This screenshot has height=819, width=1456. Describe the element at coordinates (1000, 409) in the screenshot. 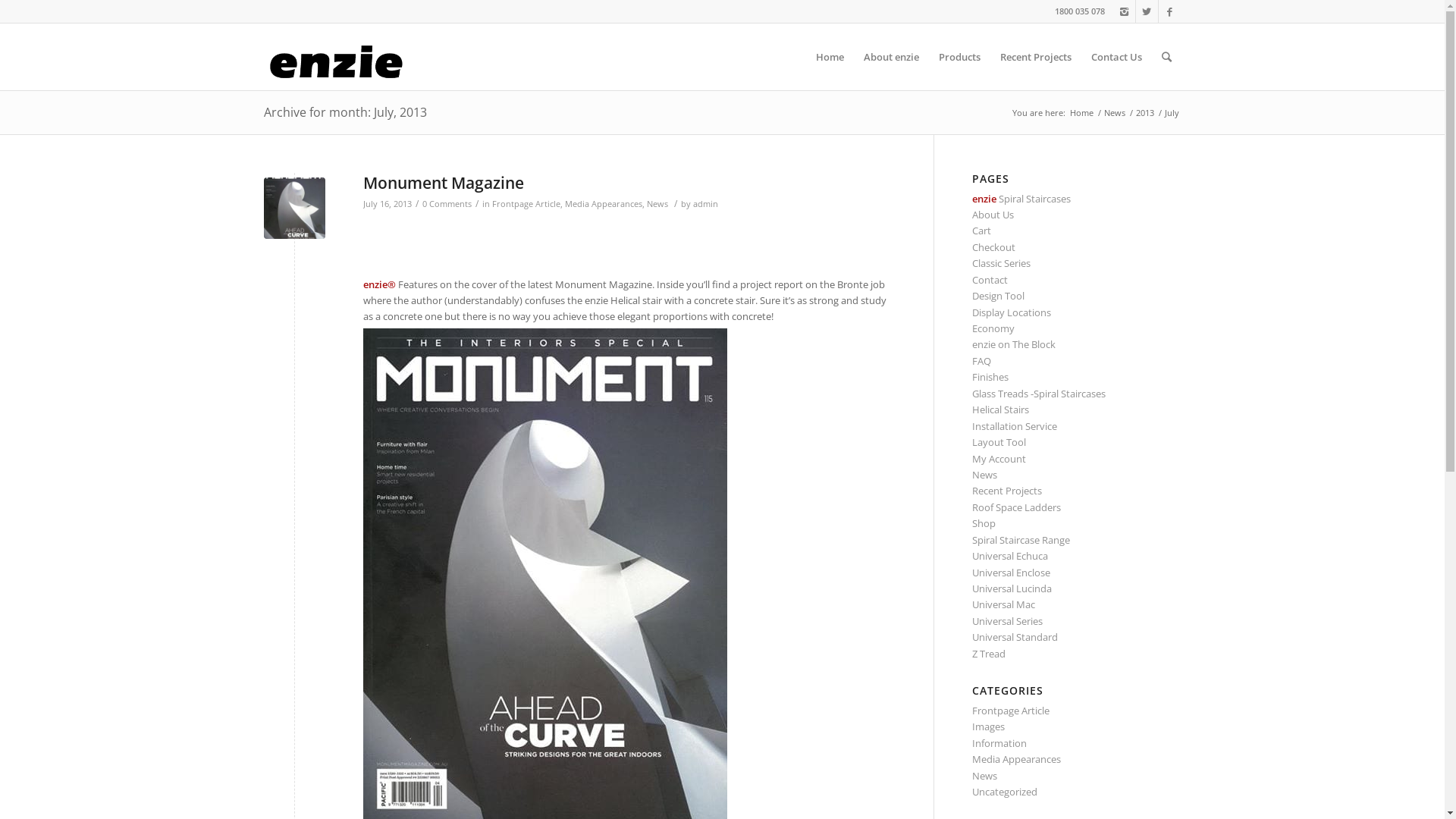

I see `'Helical Stairs'` at that location.